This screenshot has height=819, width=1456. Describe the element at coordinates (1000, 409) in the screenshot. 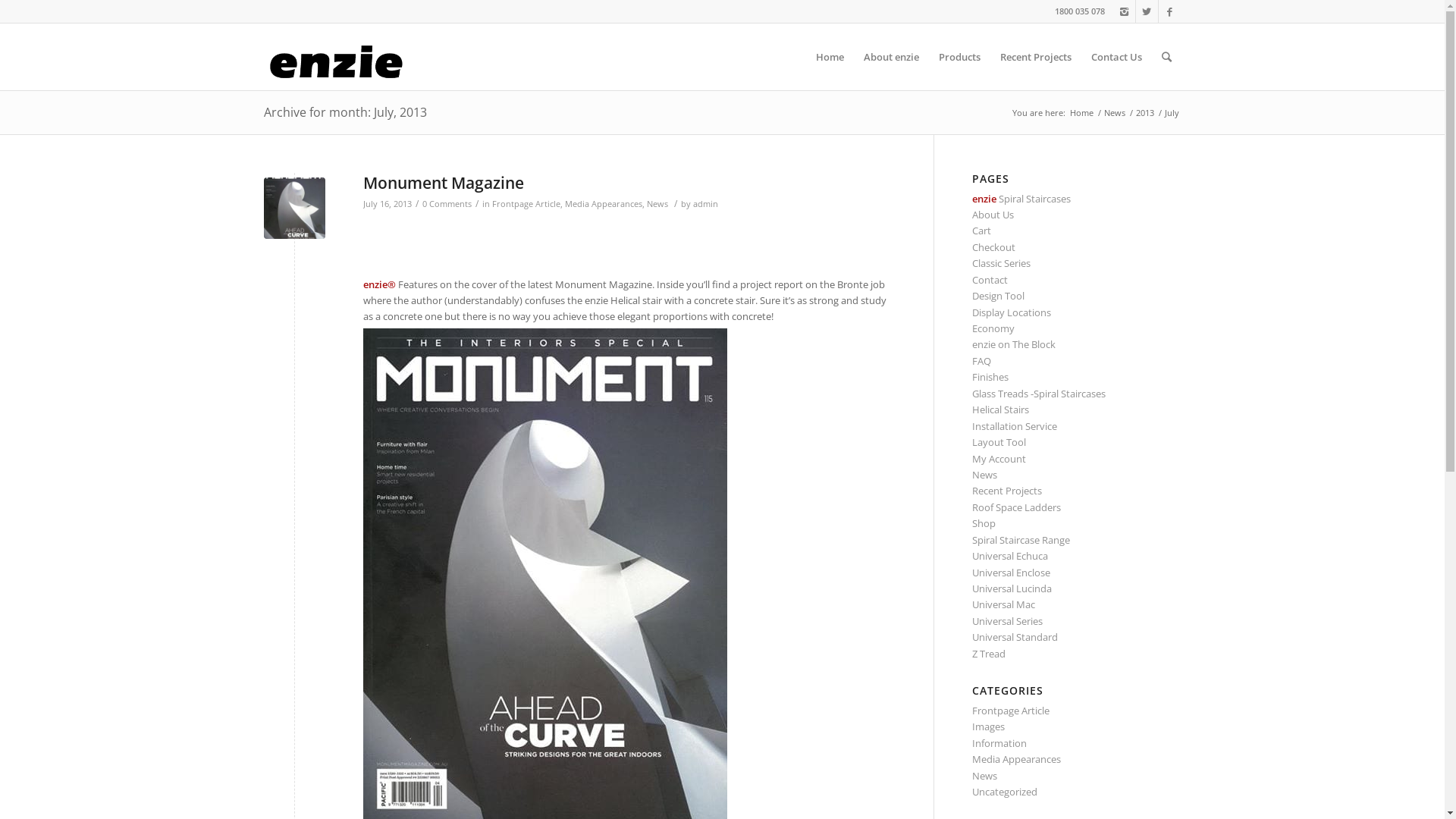

I see `'Helical Stairs'` at that location.